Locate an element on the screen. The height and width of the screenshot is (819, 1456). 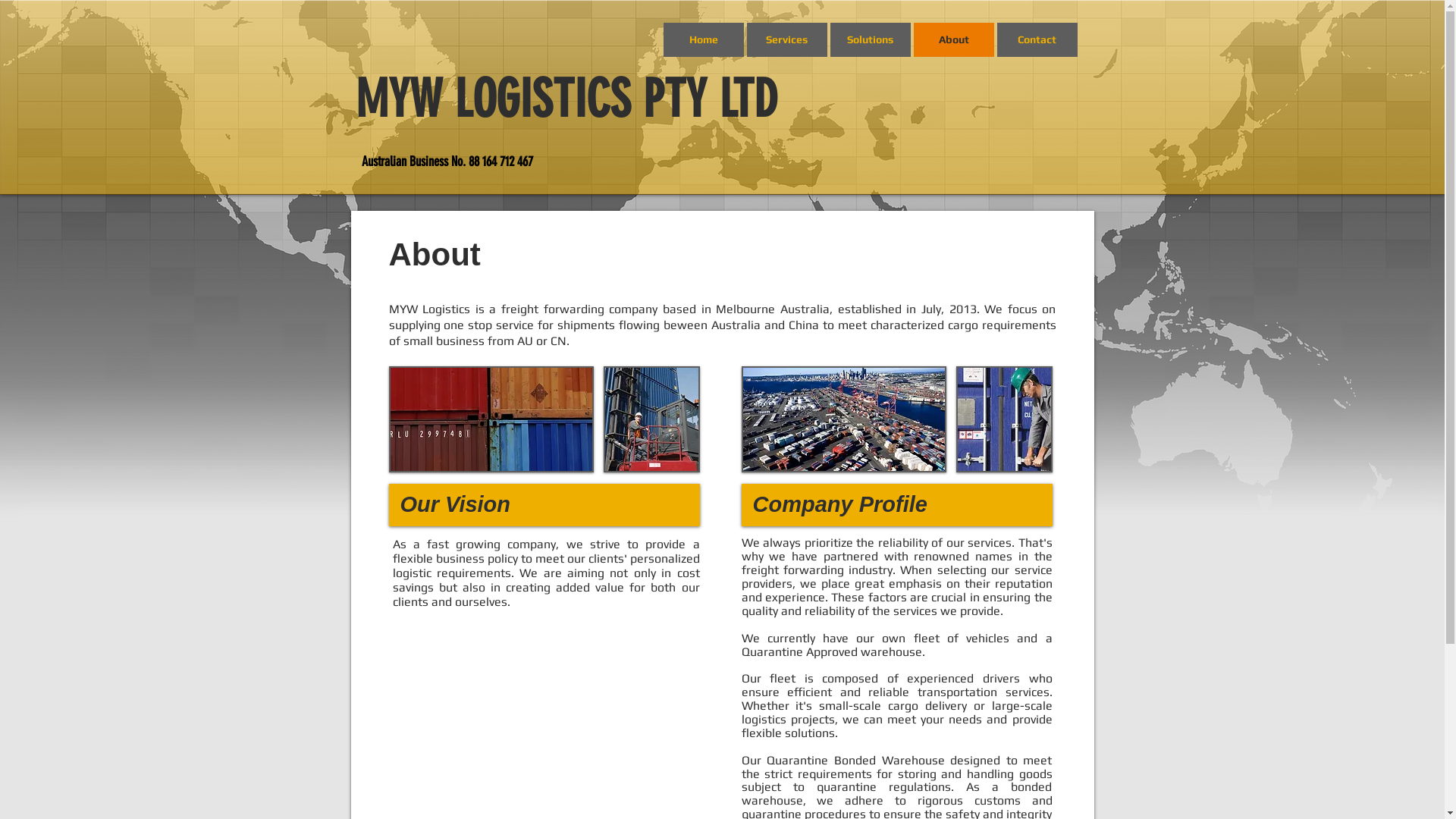
'Services' is located at coordinates (786, 39).